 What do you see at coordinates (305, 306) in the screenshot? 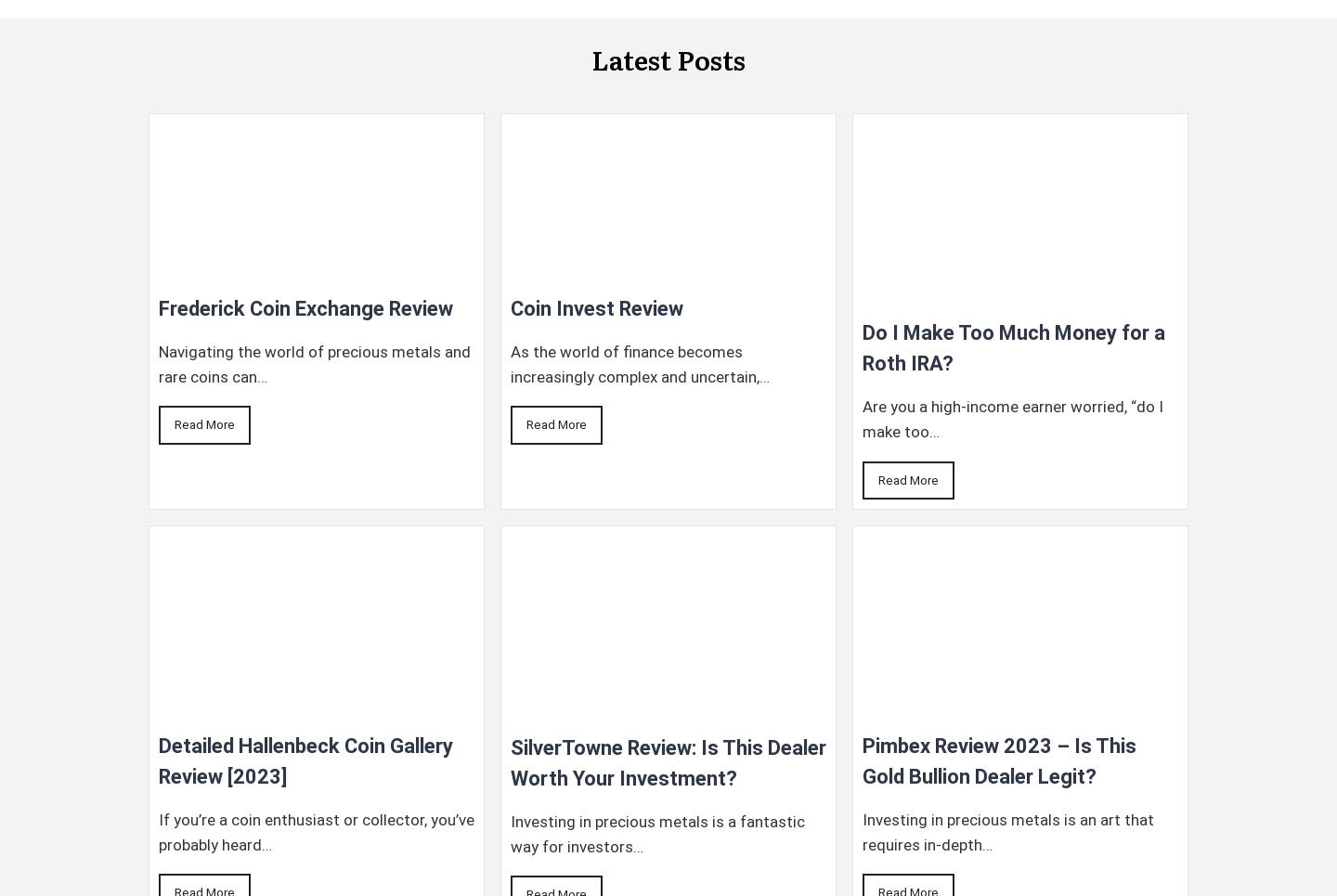
I see `'Frederick Coin Exchange Review'` at bounding box center [305, 306].